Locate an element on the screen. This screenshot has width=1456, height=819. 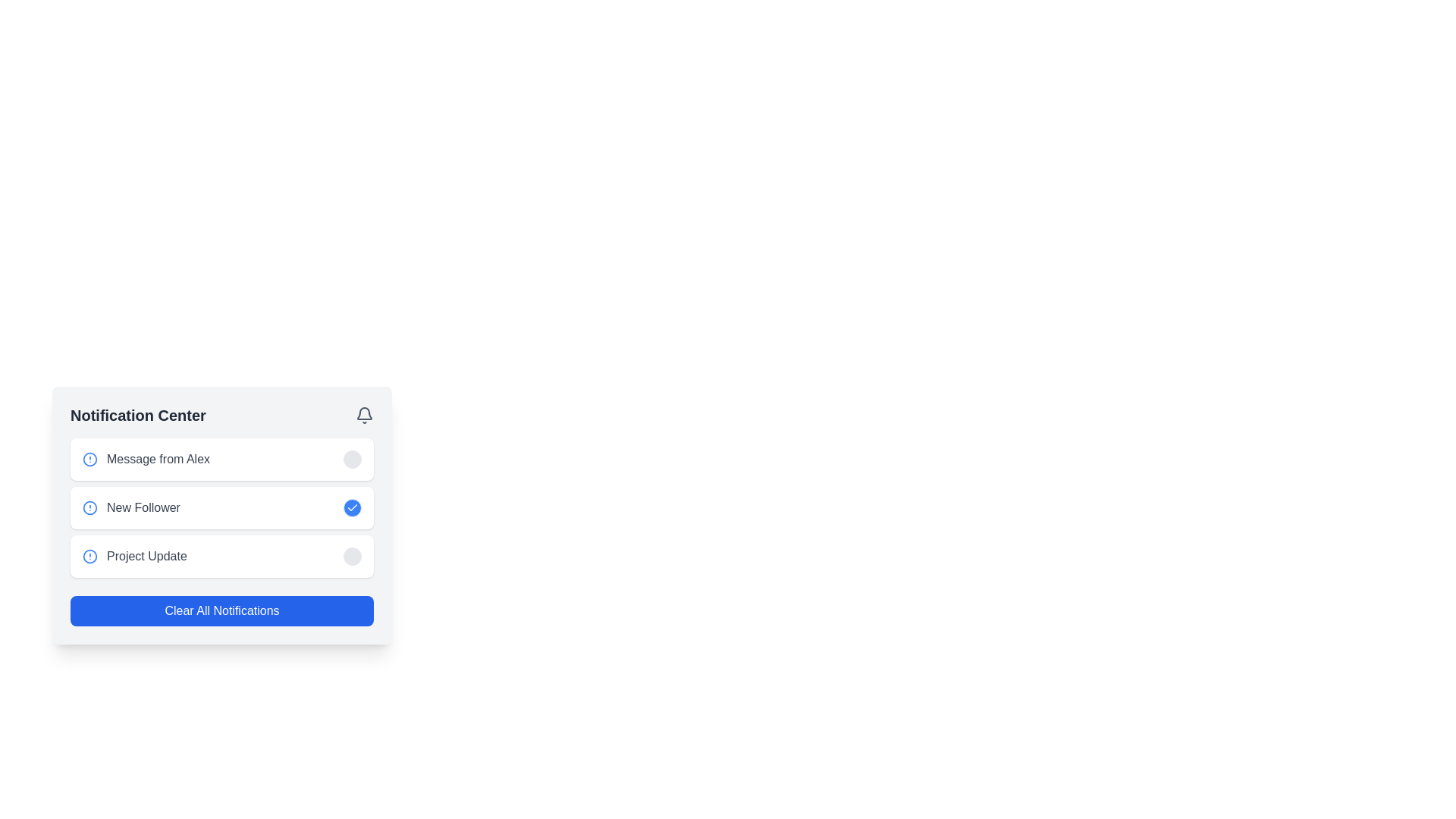
the completion indicator icon located in the third notification item under 'Notification Center', aligned vertically with 'New Follower' is located at coordinates (352, 508).